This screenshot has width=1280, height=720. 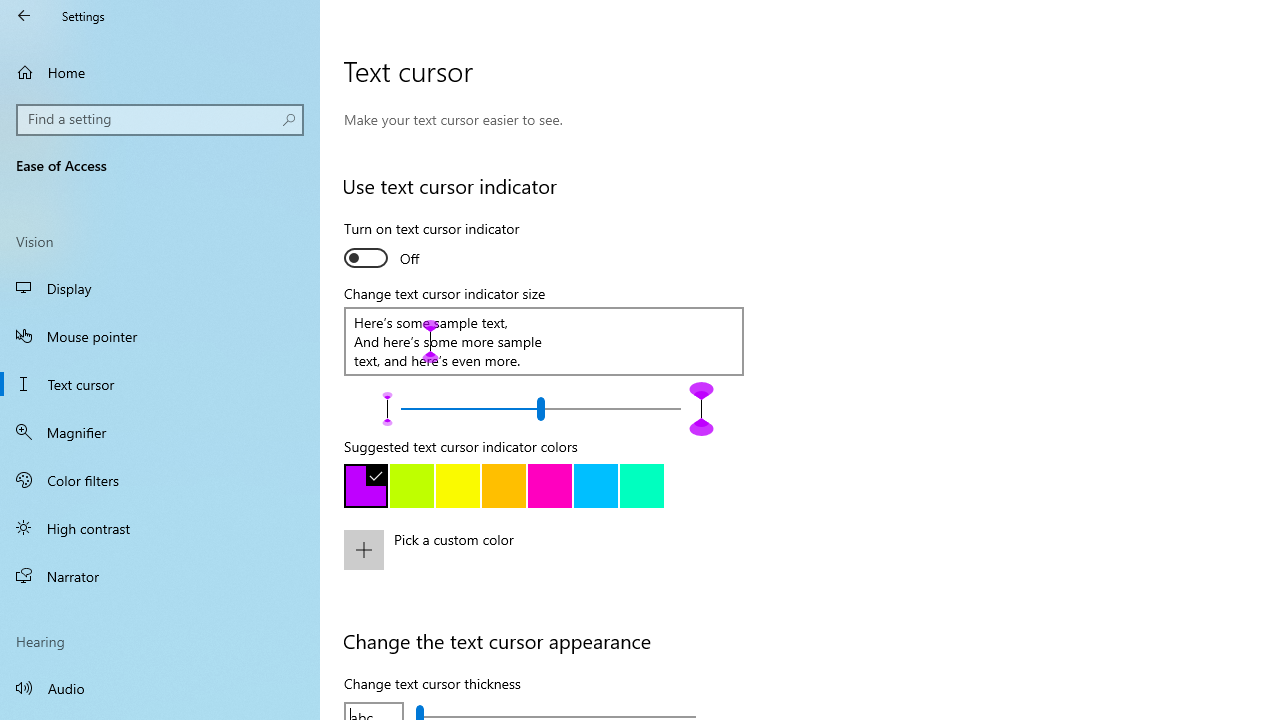 What do you see at coordinates (366, 486) in the screenshot?
I see `'Purple'` at bounding box center [366, 486].